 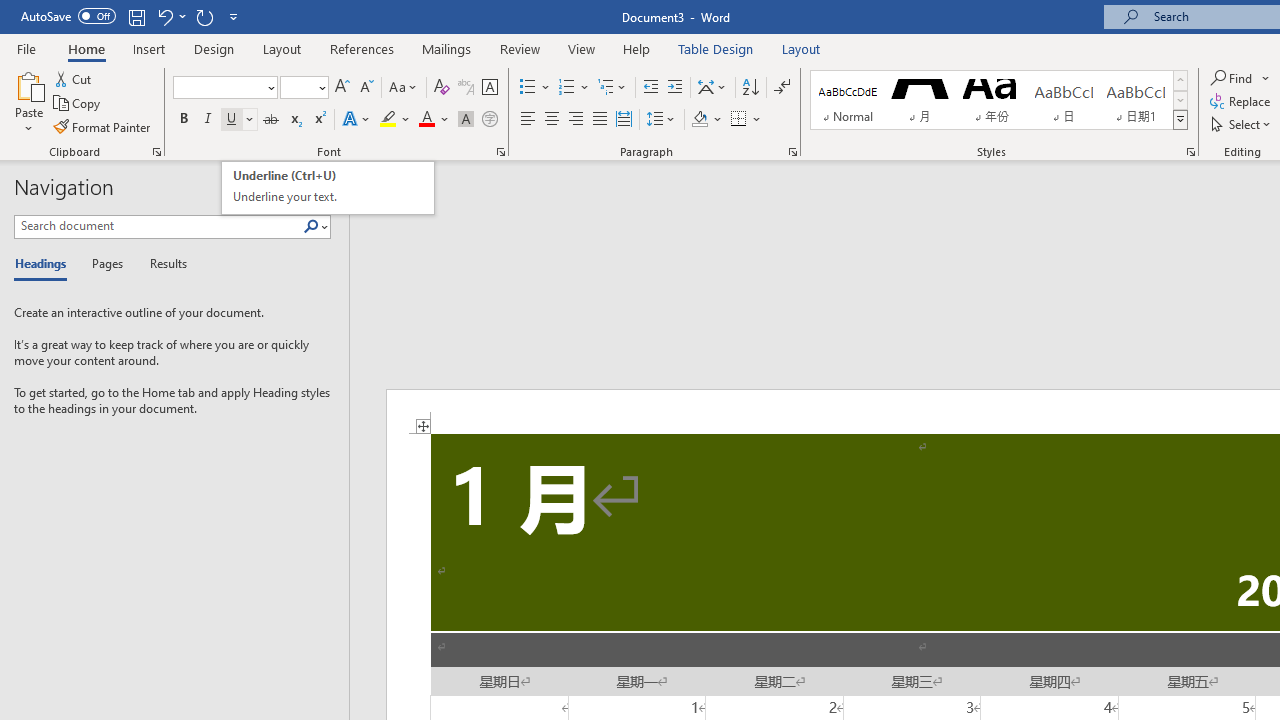 What do you see at coordinates (425, 119) in the screenshot?
I see `'Font Color RGB(255, 0, 0)'` at bounding box center [425, 119].